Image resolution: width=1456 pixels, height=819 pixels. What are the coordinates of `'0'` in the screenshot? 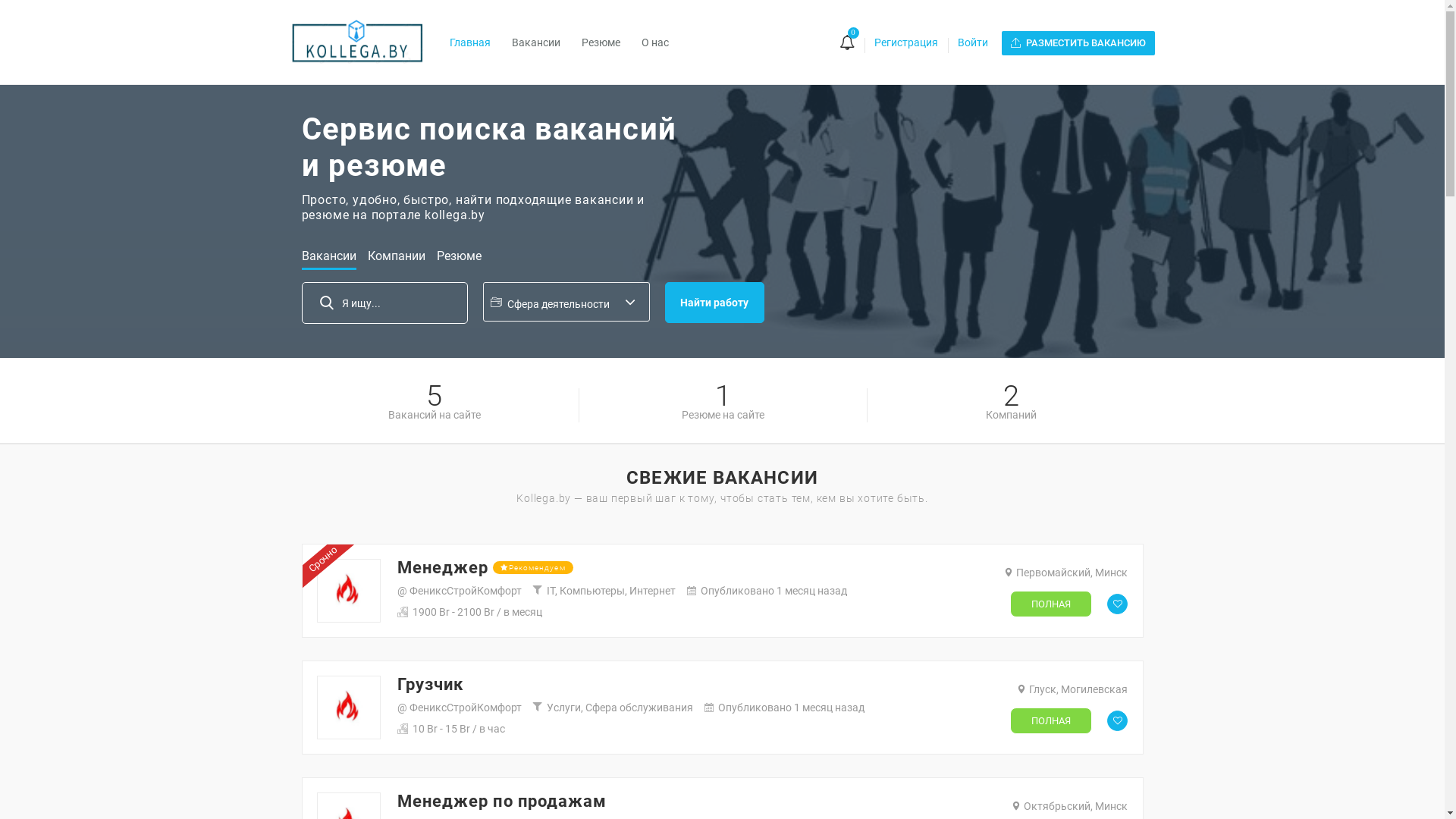 It's located at (837, 42).